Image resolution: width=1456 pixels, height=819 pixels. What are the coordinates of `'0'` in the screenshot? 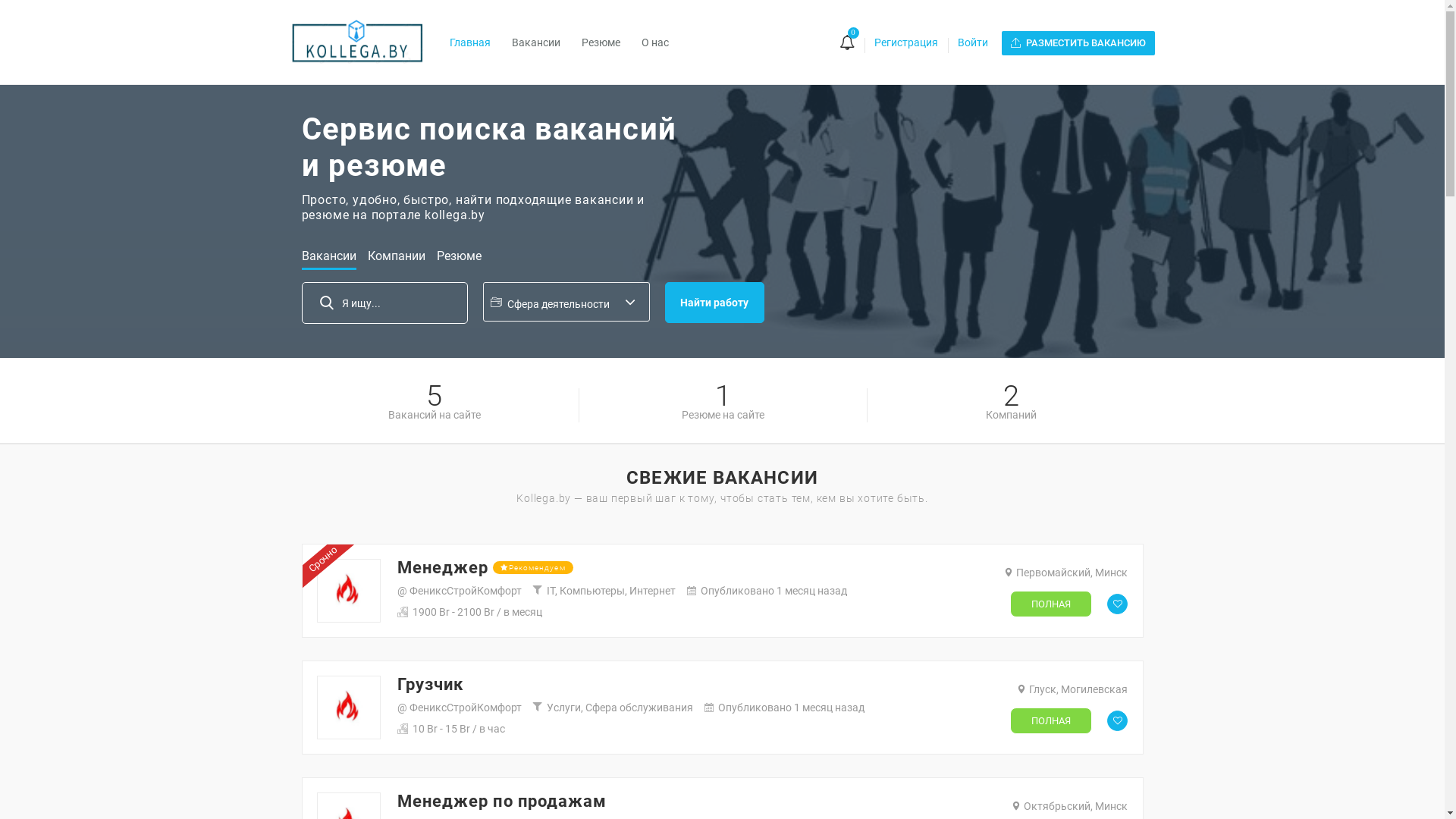 It's located at (837, 42).